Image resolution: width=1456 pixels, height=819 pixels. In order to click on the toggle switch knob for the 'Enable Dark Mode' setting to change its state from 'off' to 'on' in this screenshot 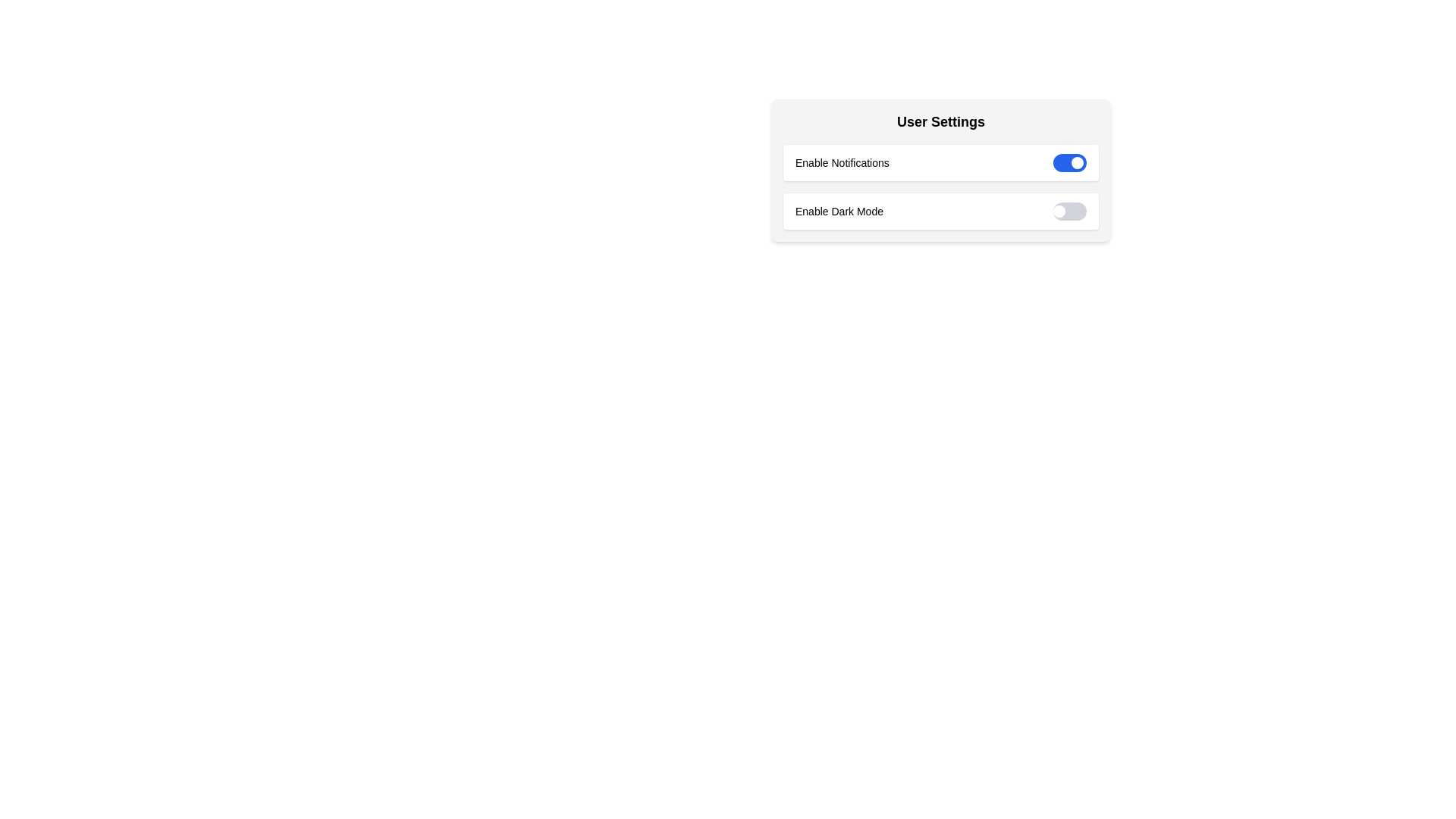, I will do `click(1058, 211)`.